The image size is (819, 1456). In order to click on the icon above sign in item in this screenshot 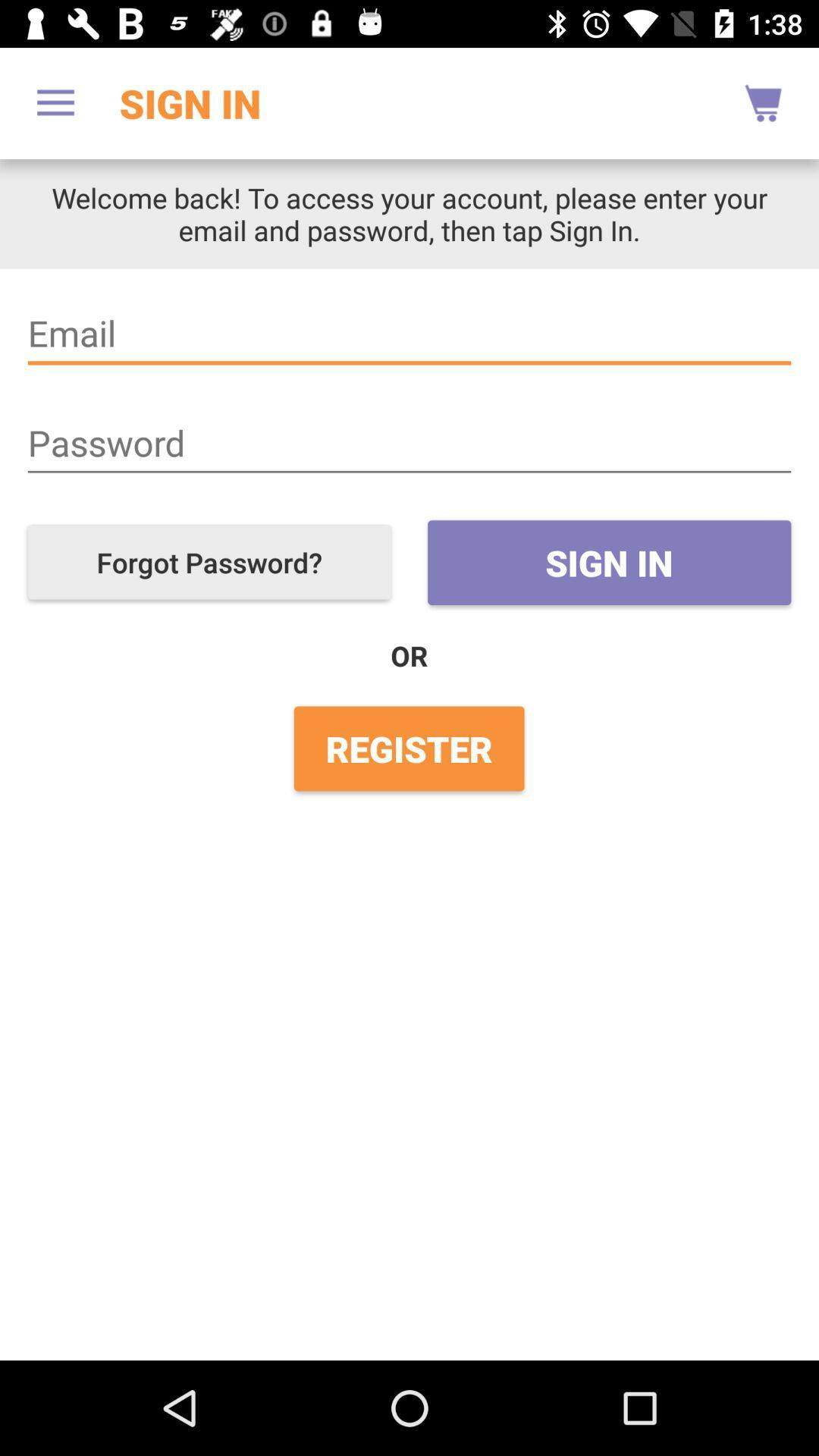, I will do `click(409, 443)`.